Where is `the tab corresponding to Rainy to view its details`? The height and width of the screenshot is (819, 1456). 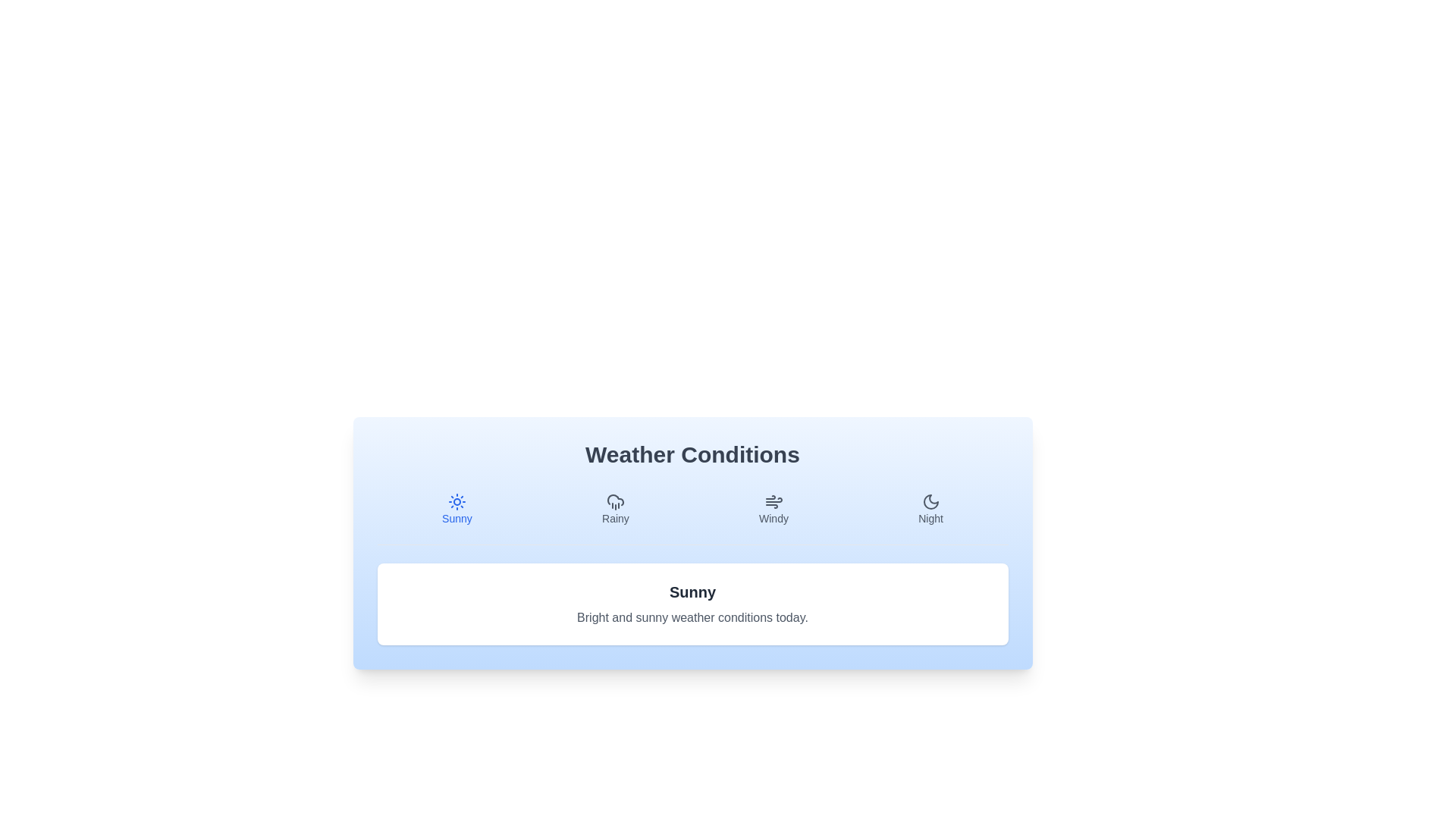
the tab corresponding to Rainy to view its details is located at coordinates (615, 509).